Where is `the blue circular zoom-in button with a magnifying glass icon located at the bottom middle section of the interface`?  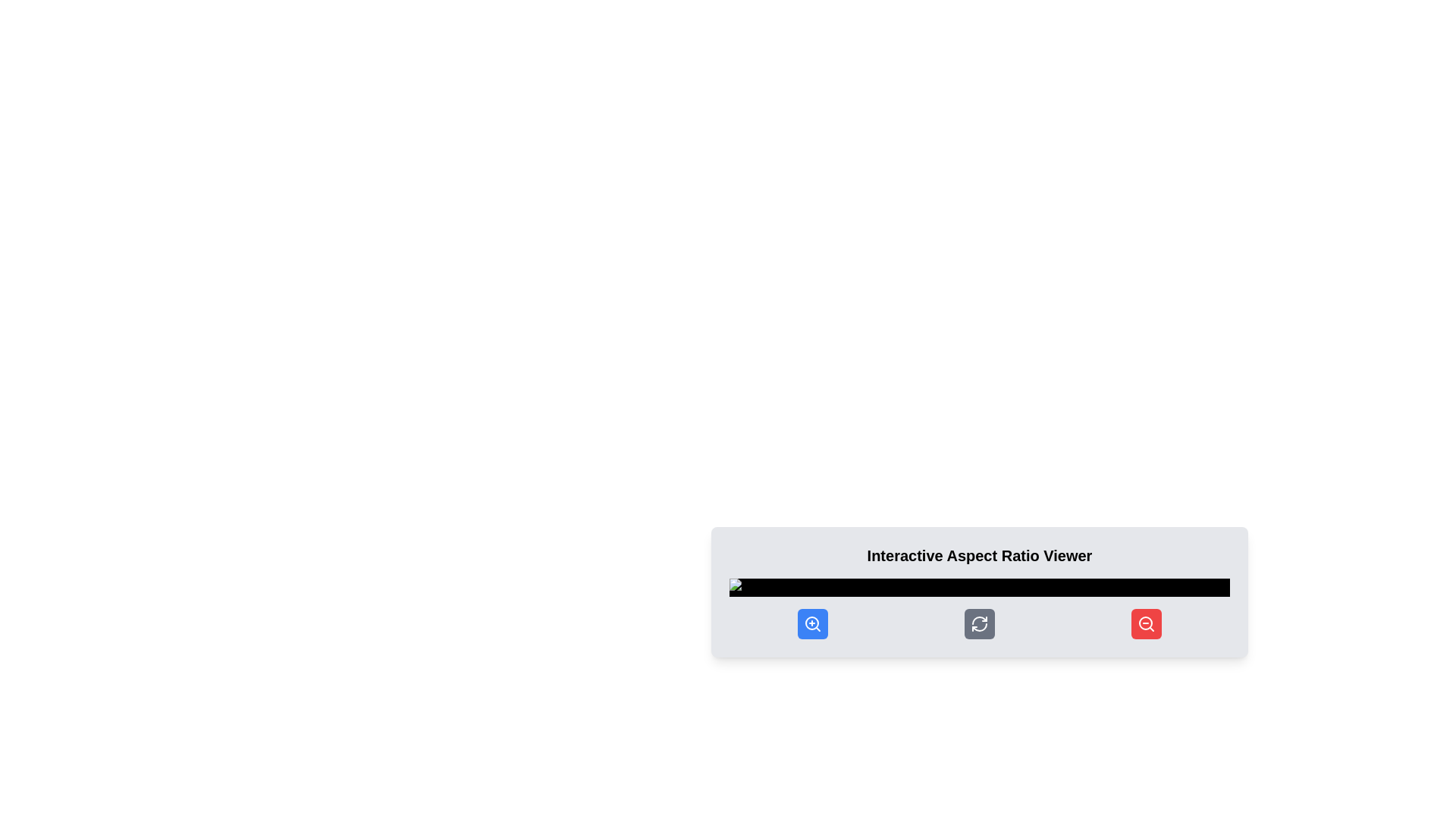
the blue circular zoom-in button with a magnifying glass icon located at the bottom middle section of the interface is located at coordinates (811, 623).